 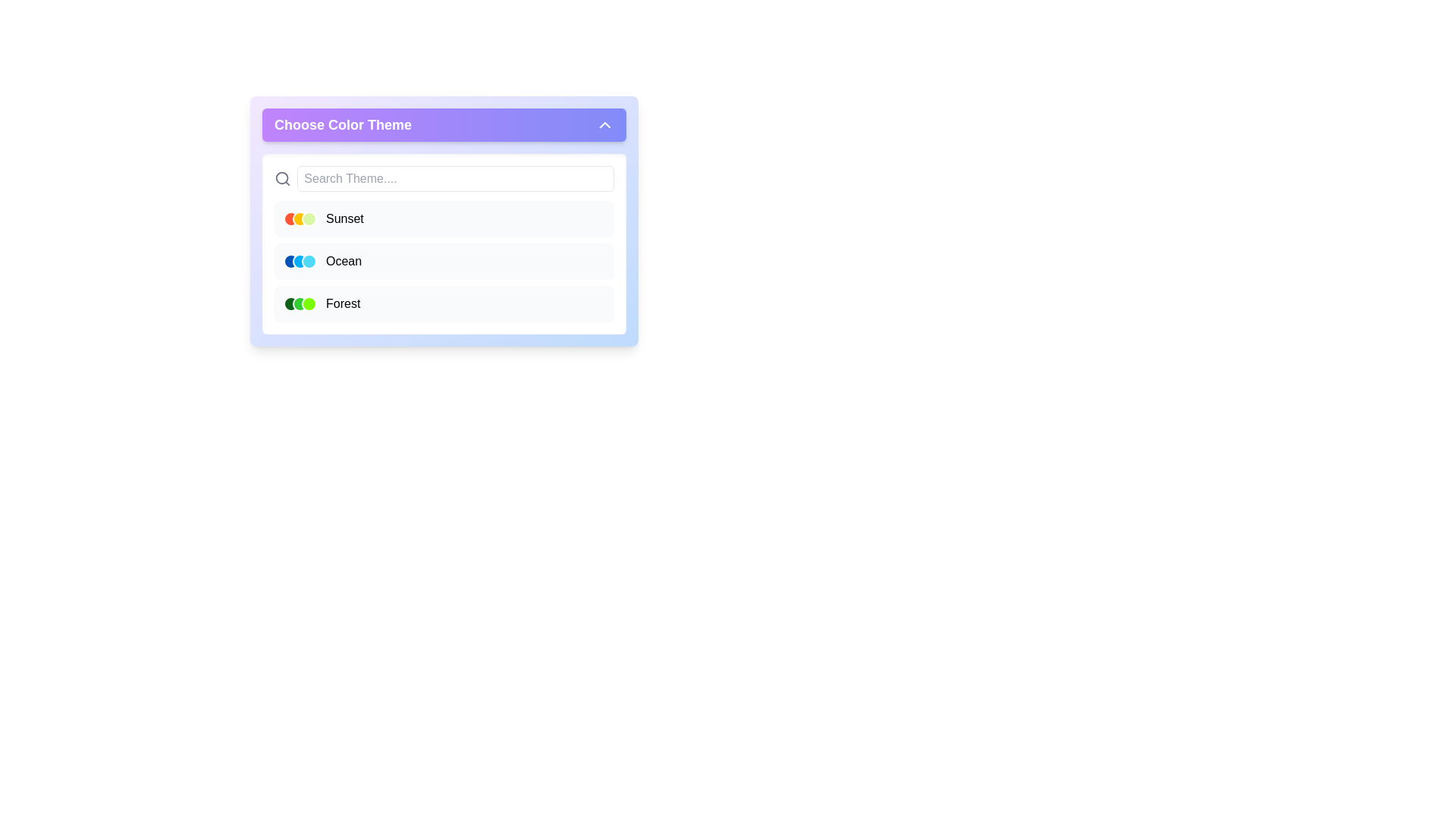 What do you see at coordinates (344, 219) in the screenshot?
I see `text label displaying the word 'Sunset', which is positioned to the right of three circular color icons in the first row of the color theme options` at bounding box center [344, 219].